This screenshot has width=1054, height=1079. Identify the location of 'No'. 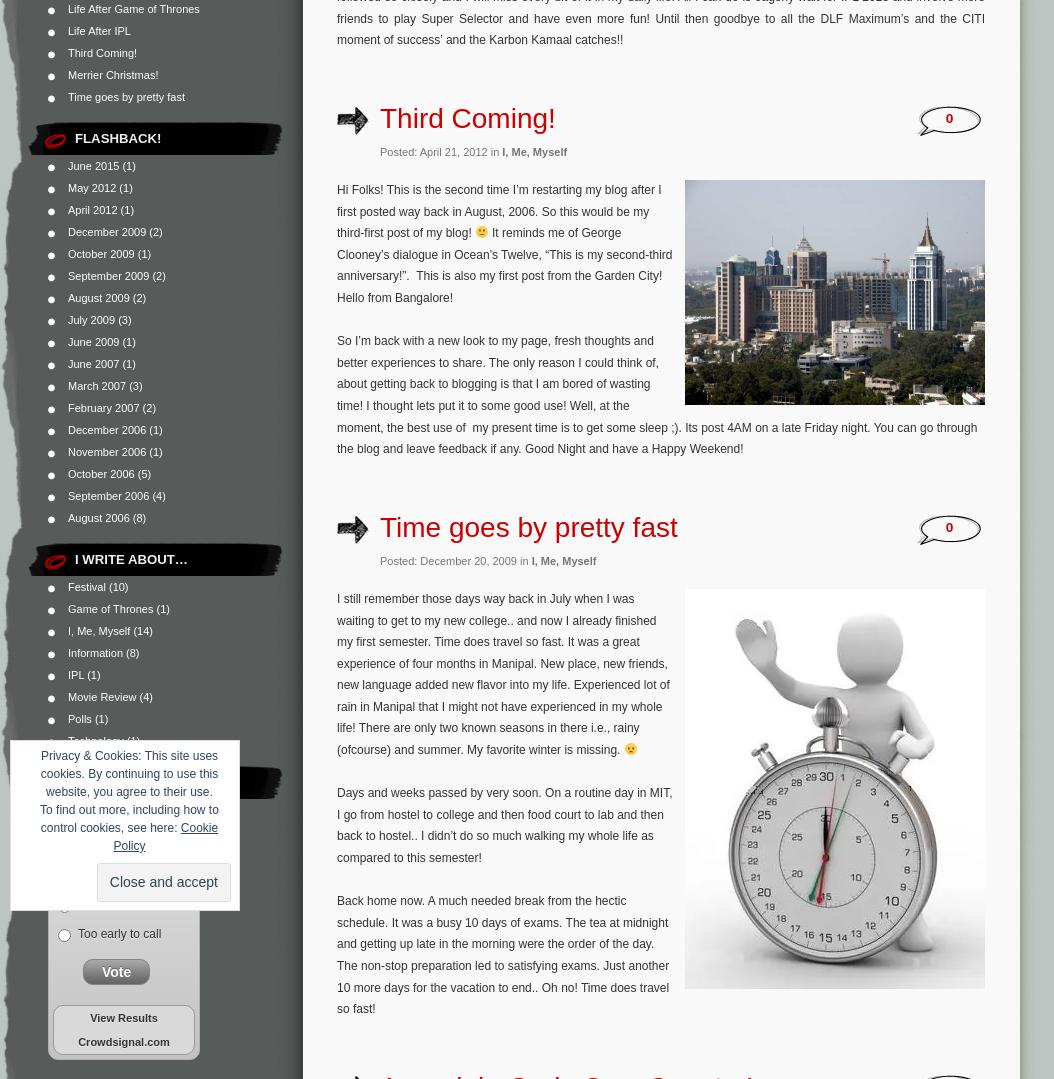
(84, 903).